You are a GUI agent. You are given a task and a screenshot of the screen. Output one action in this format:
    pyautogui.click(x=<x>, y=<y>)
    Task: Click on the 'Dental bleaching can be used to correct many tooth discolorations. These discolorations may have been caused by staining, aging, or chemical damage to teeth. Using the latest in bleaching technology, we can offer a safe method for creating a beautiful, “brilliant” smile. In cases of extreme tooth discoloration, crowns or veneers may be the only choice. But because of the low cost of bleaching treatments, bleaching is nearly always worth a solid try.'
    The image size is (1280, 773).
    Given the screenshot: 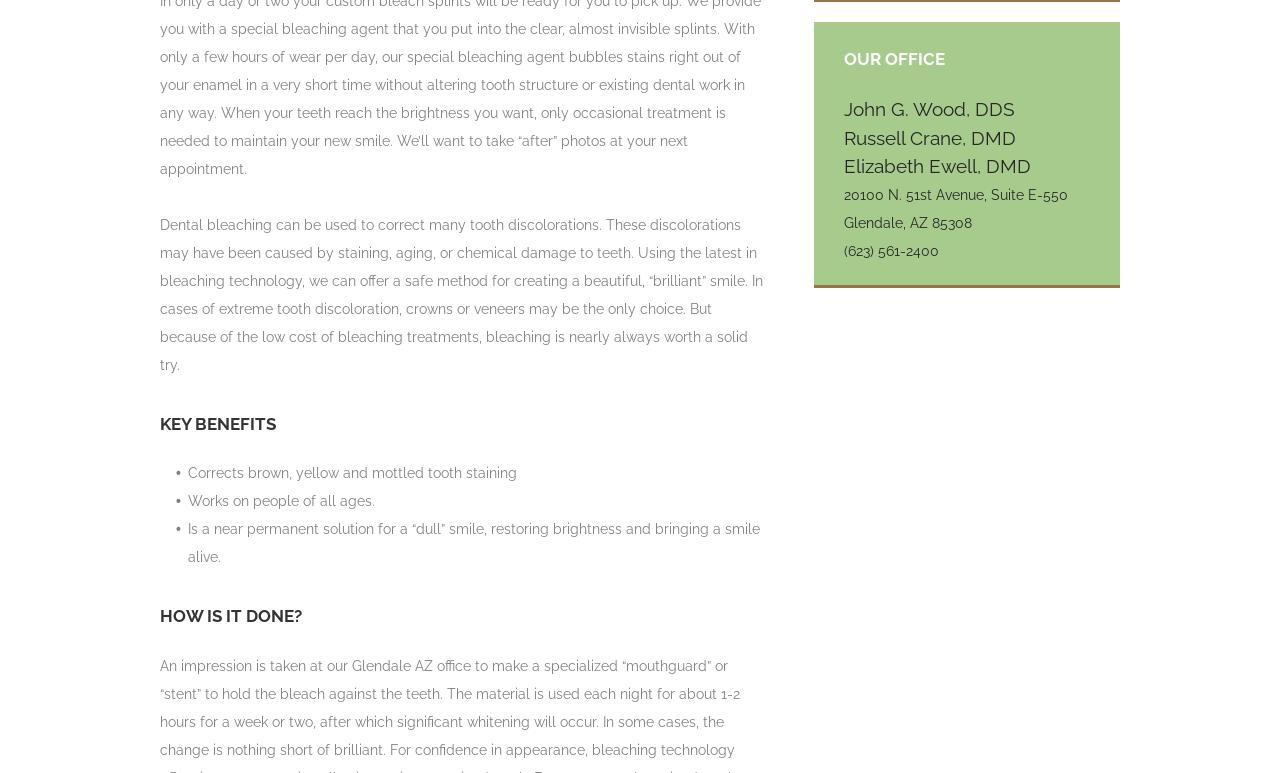 What is the action you would take?
    pyautogui.click(x=460, y=294)
    